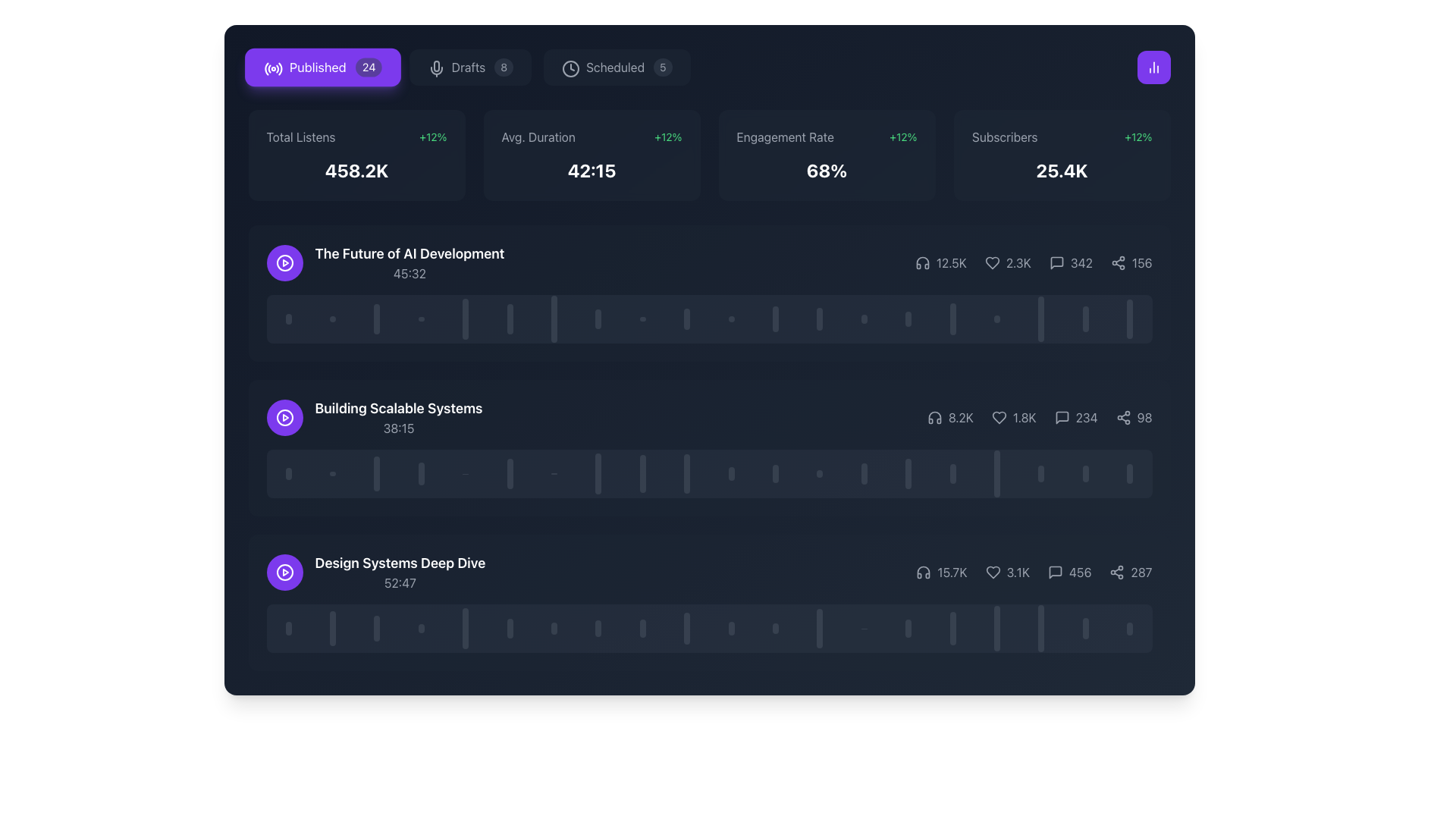 The image size is (1456, 819). What do you see at coordinates (1018, 573) in the screenshot?
I see `text value displayed in the count label located to the right of the heart-shaped icon, indicating likes or interactions` at bounding box center [1018, 573].